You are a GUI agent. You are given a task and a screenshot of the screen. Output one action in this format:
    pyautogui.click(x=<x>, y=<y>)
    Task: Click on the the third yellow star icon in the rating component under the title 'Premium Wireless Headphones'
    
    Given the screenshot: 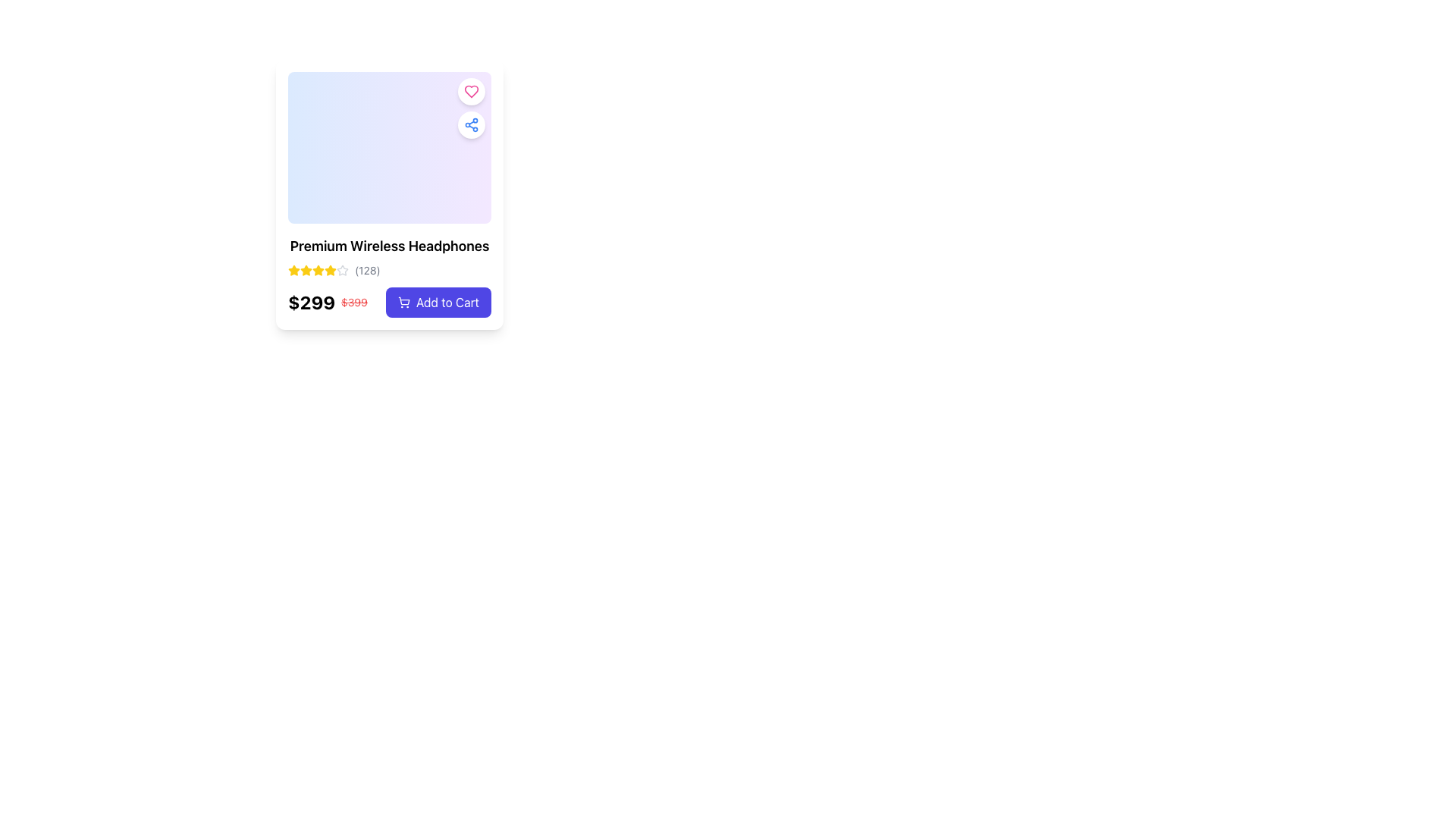 What is the action you would take?
    pyautogui.click(x=330, y=269)
    